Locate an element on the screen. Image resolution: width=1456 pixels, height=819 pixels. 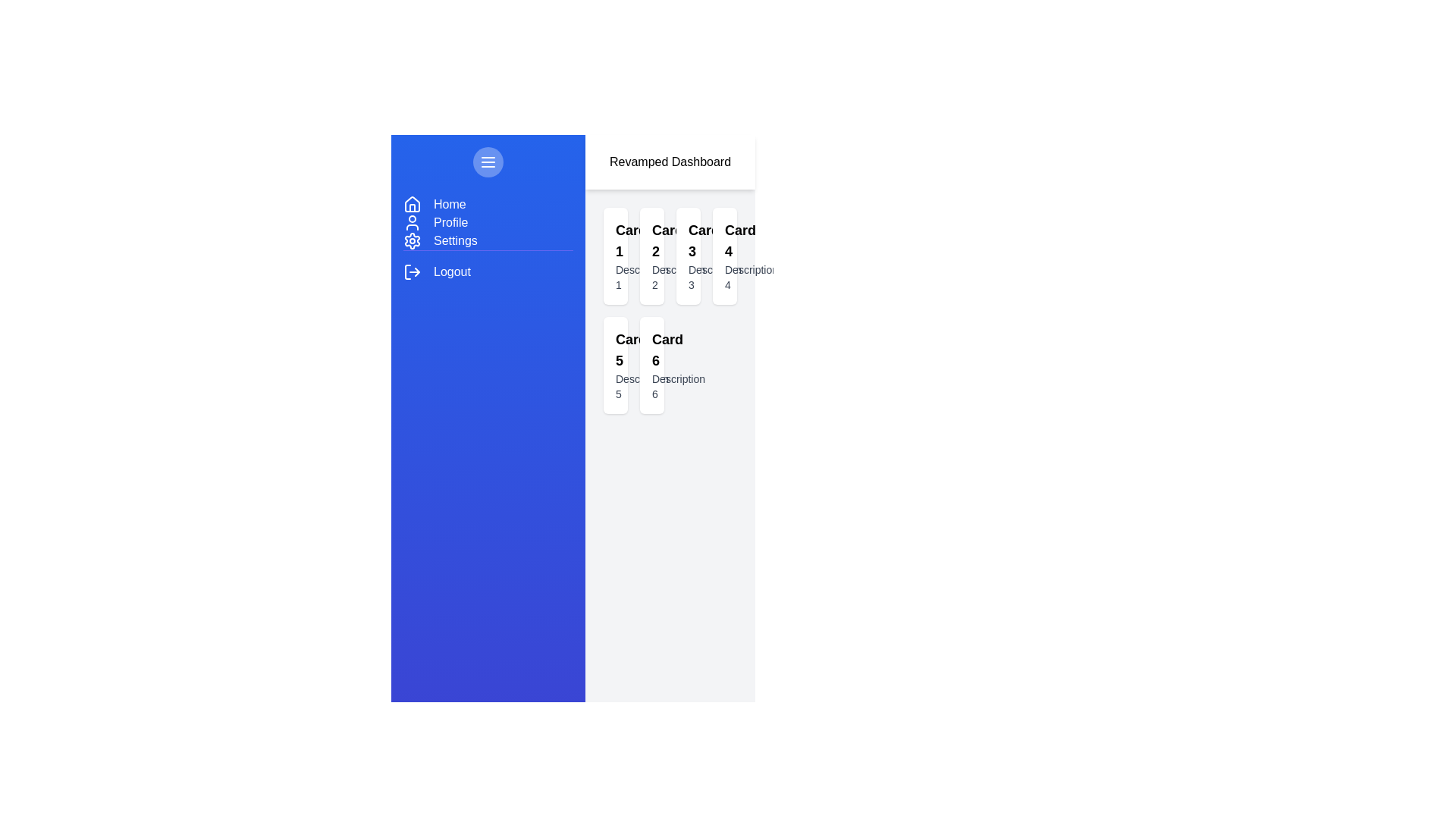
the menu button with three parallel horizontal lines located at the top center of the blue navigation bar is located at coordinates (488, 162).